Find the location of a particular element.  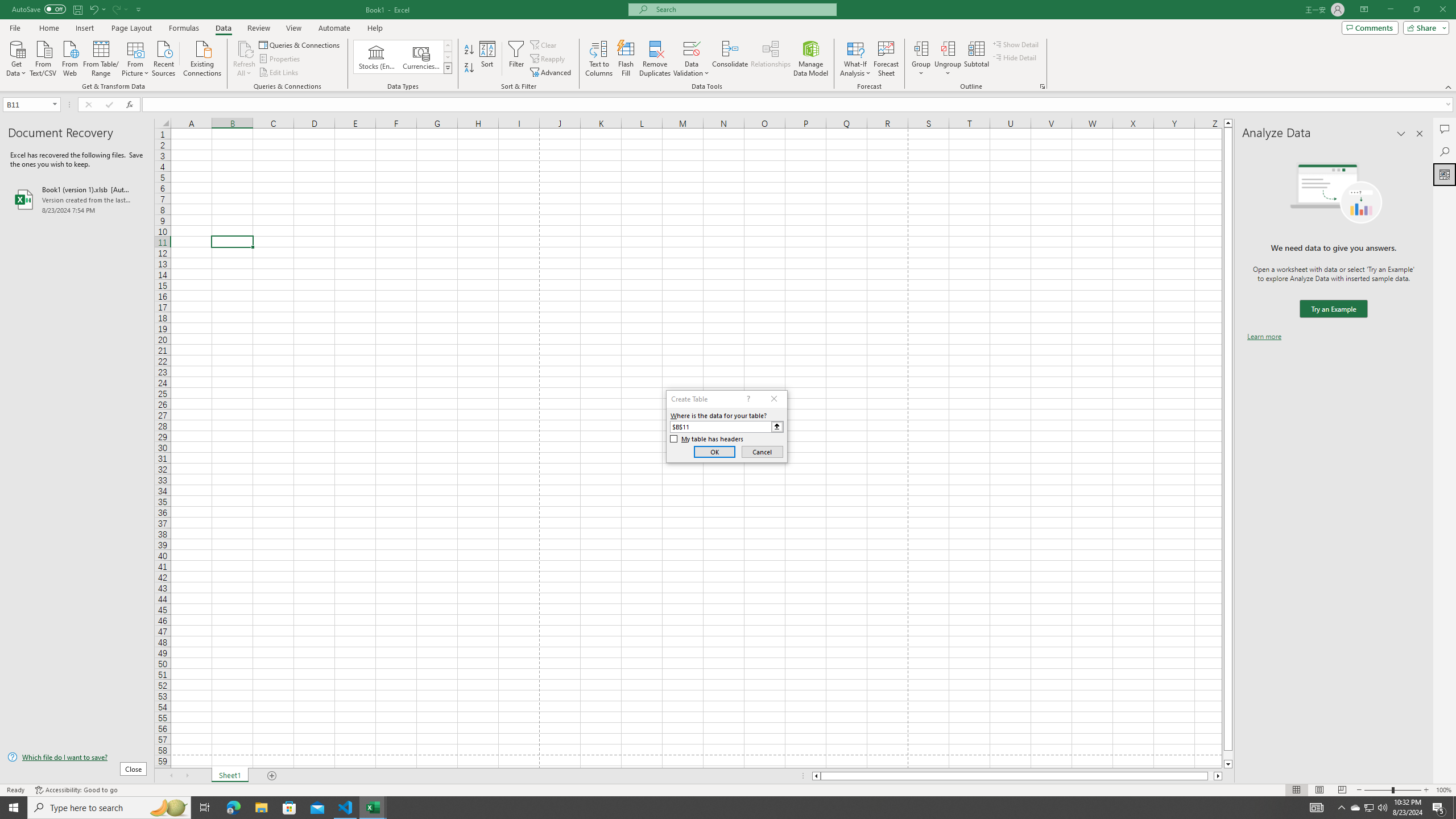

'Book1 (version 1).xlsb  [AutoRecovered]' is located at coordinates (76, 198).